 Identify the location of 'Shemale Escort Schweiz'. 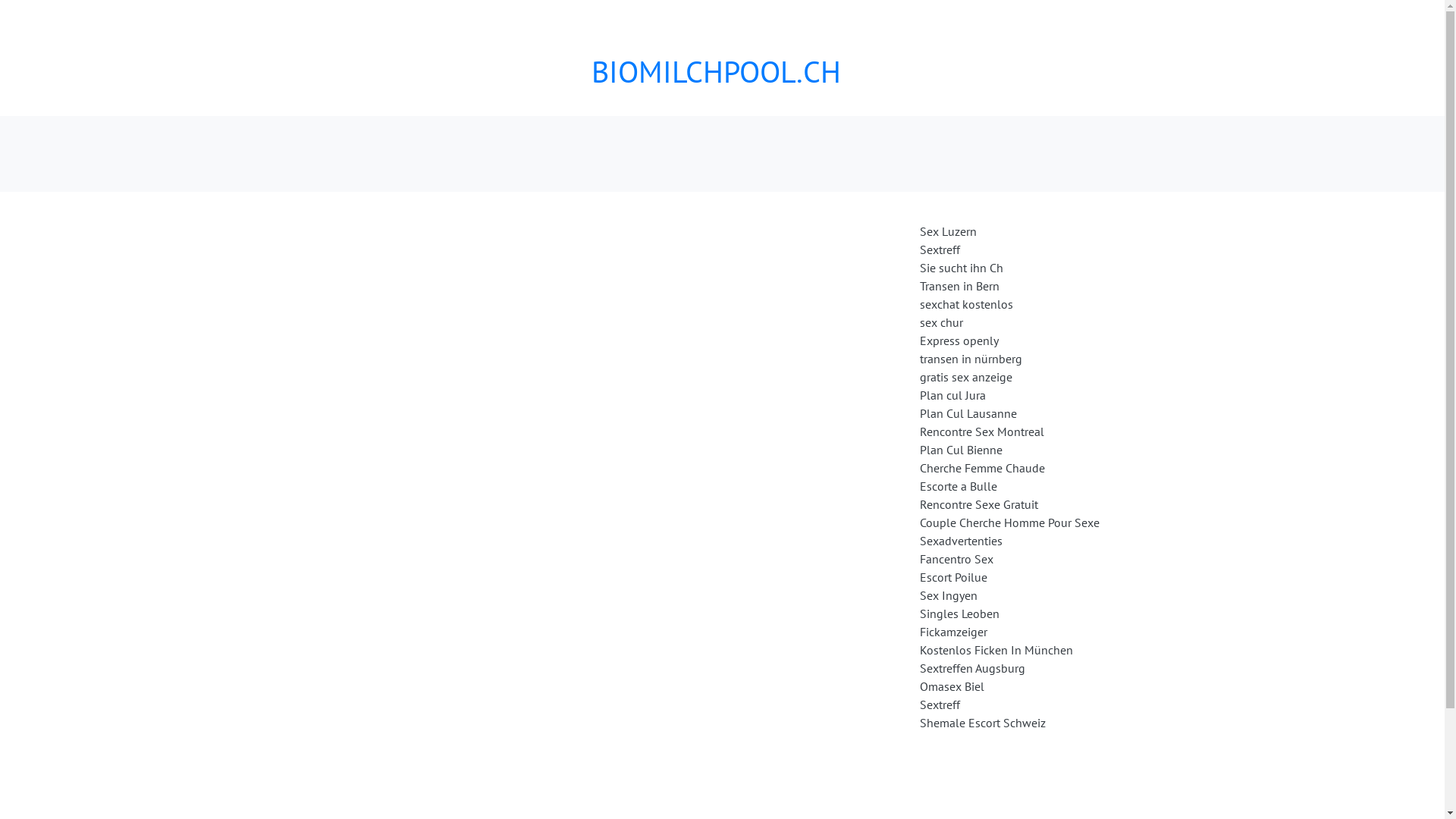
(982, 721).